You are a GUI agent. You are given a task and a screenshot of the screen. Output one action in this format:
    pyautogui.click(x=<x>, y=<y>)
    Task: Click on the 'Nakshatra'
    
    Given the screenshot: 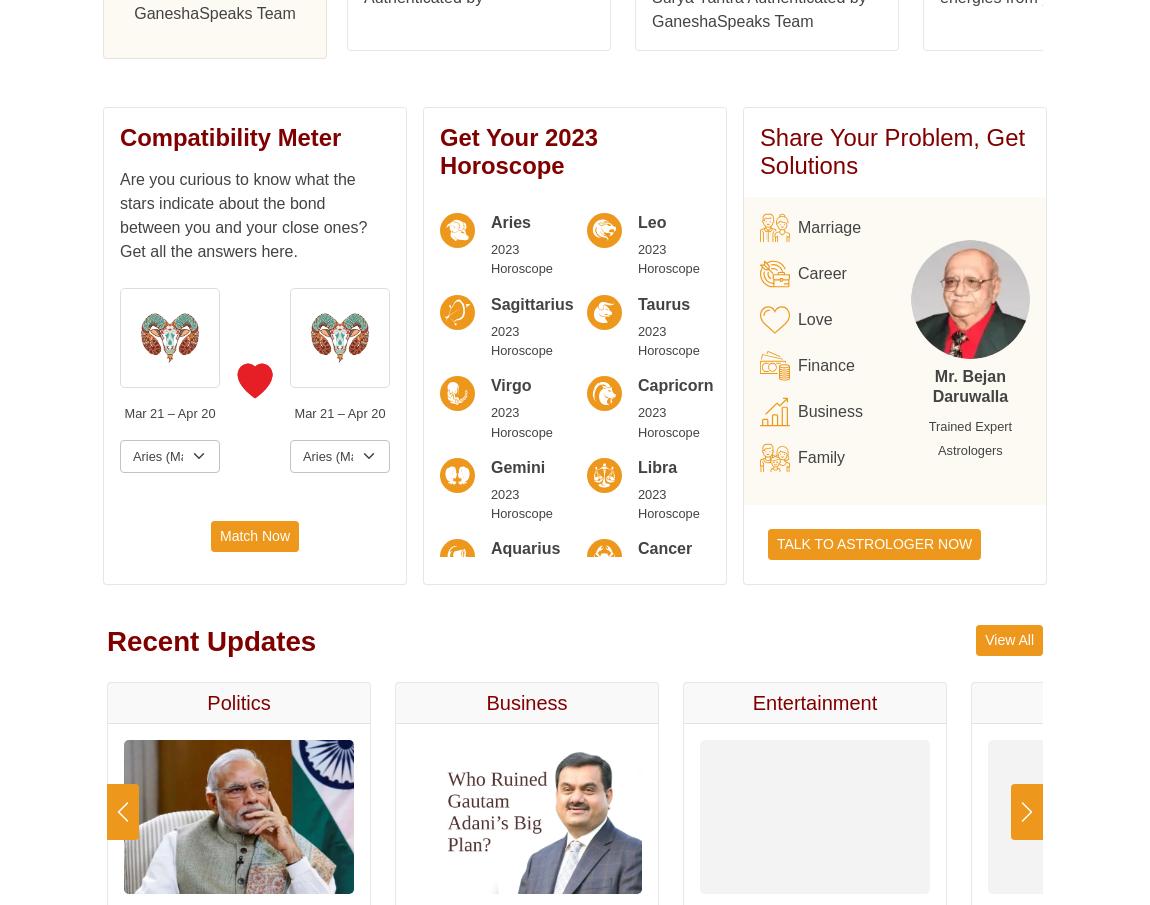 What is the action you would take?
    pyautogui.click(x=264, y=57)
    